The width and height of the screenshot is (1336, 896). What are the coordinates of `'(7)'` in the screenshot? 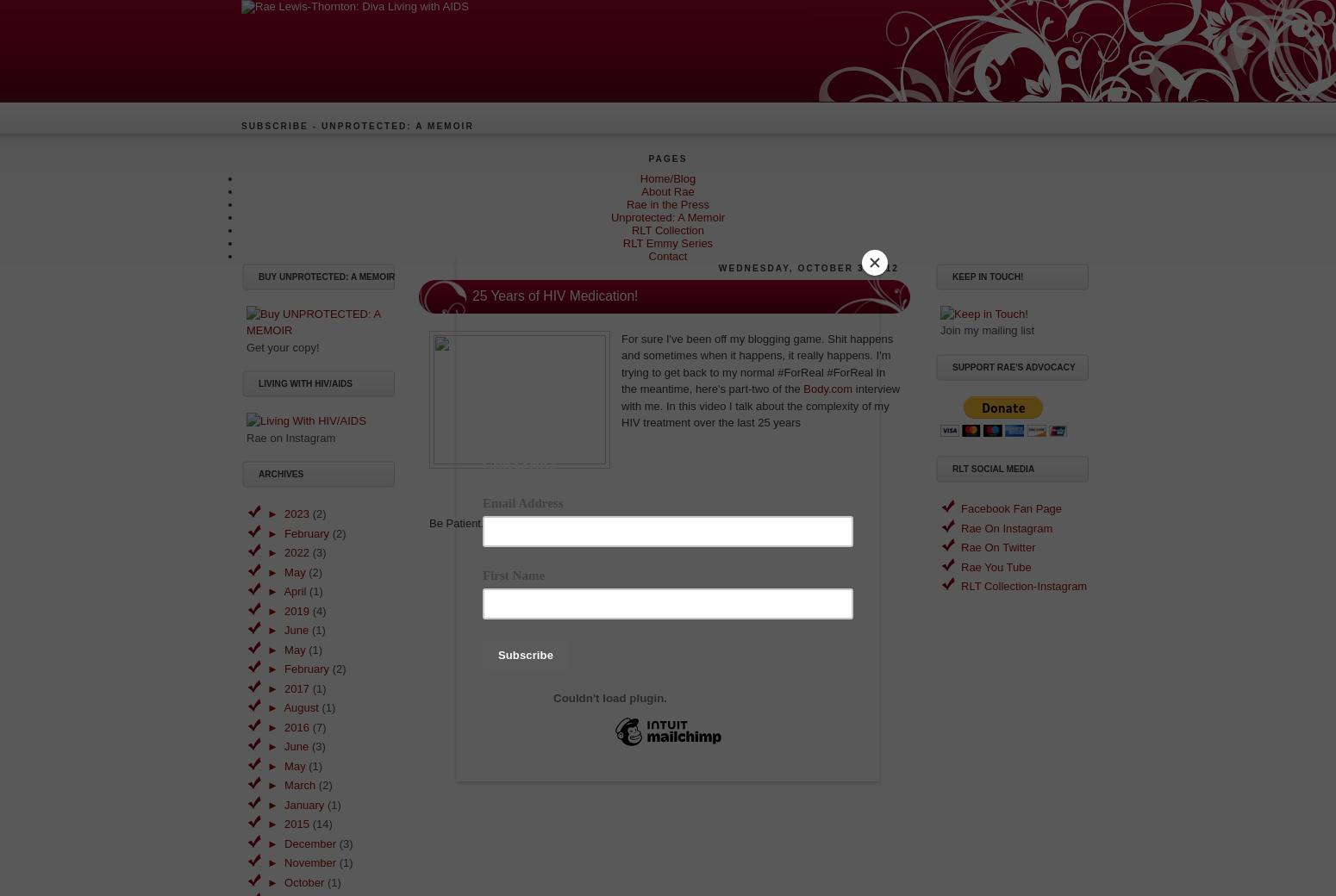 It's located at (317, 725).